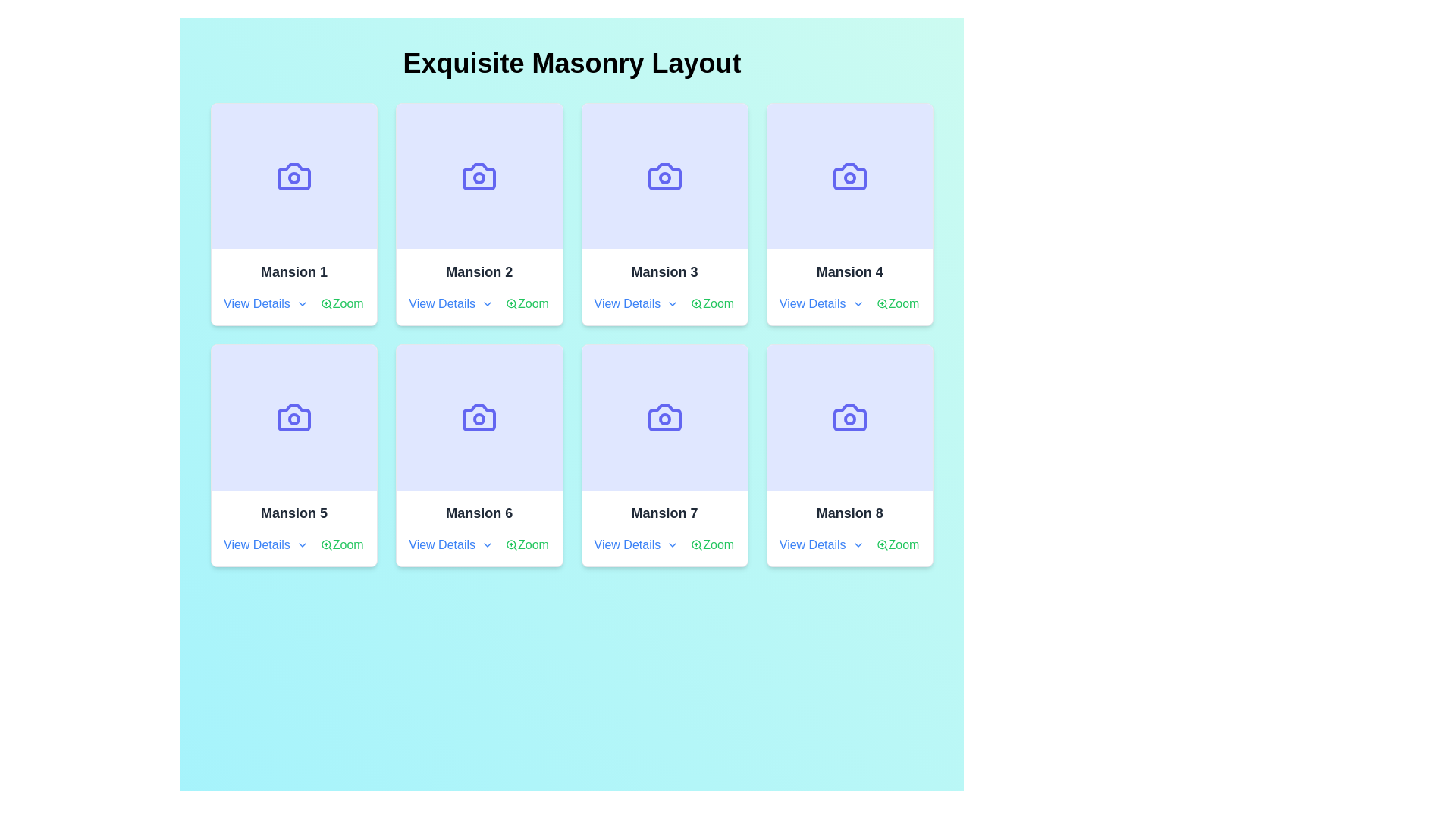 The image size is (1456, 819). I want to click on the decorative camera icon, which is part of the card for 'Mansion 2', located in the first row of the grid layout, so click(479, 175).